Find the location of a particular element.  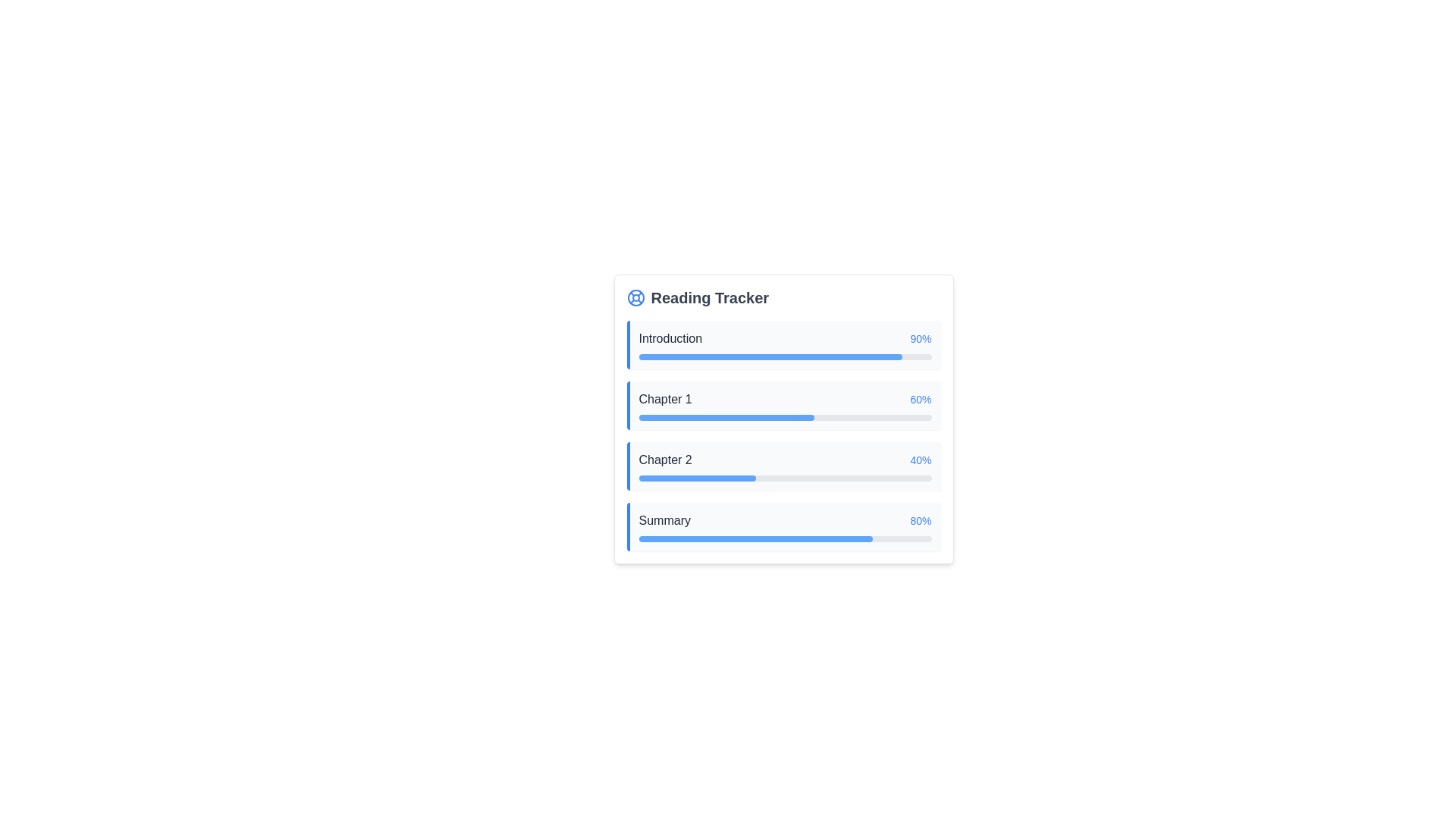

the Progress Card titled 'Introduction' which shows a progress percentage of '90%' and is the first card in the 'Reading Tracker' section is located at coordinates (783, 345).